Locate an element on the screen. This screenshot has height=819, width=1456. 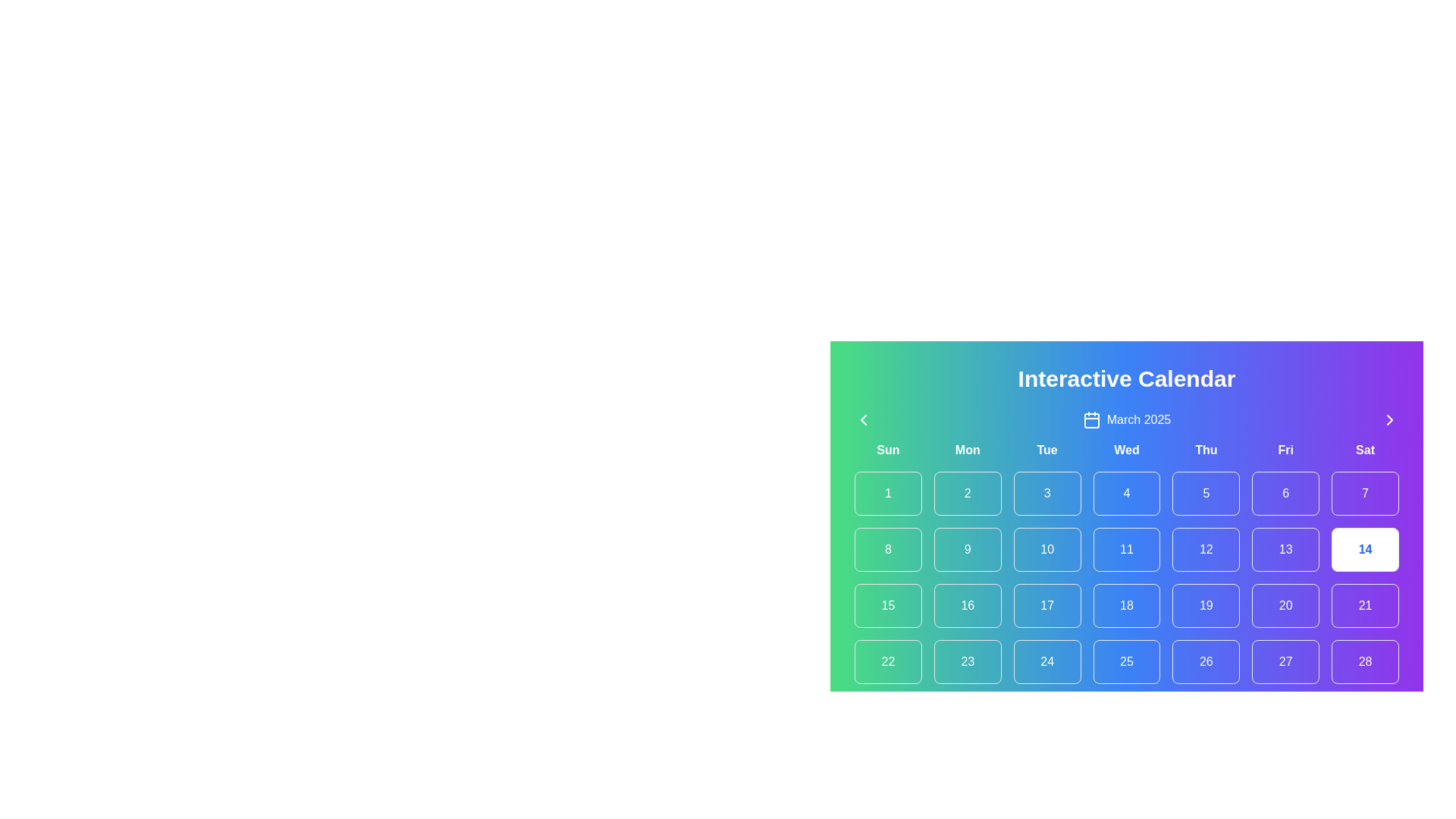
the calendar button displaying the date '18' is located at coordinates (1127, 604).